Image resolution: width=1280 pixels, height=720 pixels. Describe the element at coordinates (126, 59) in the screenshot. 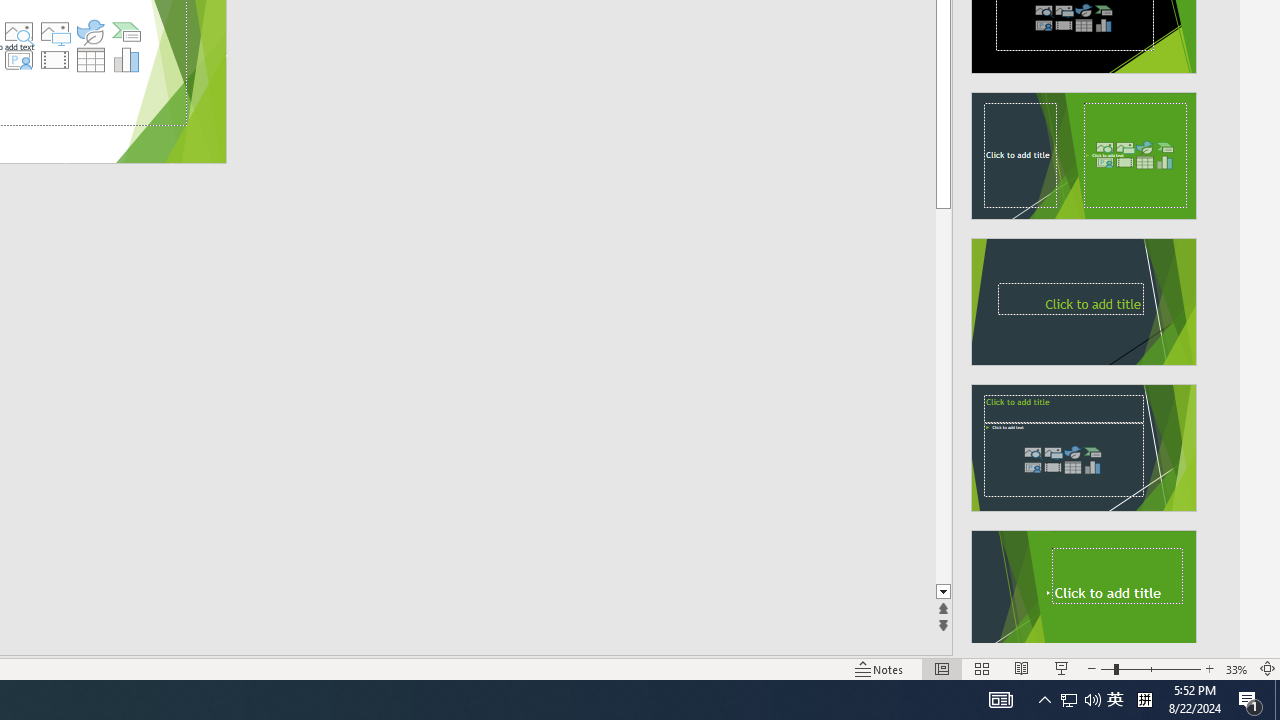

I see `'Insert Chart'` at that location.